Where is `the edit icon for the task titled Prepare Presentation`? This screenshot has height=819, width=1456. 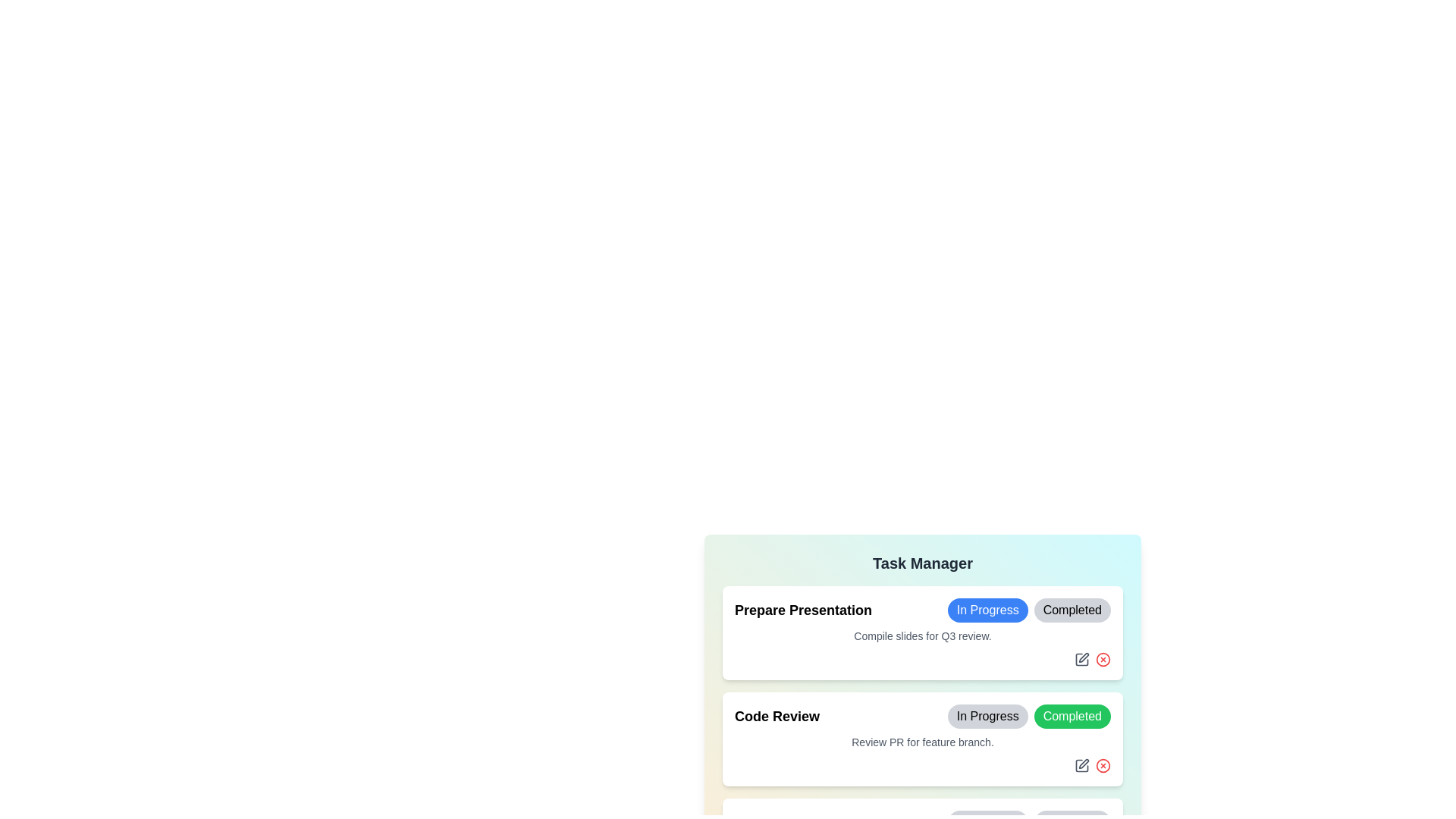
the edit icon for the task titled Prepare Presentation is located at coordinates (1081, 658).